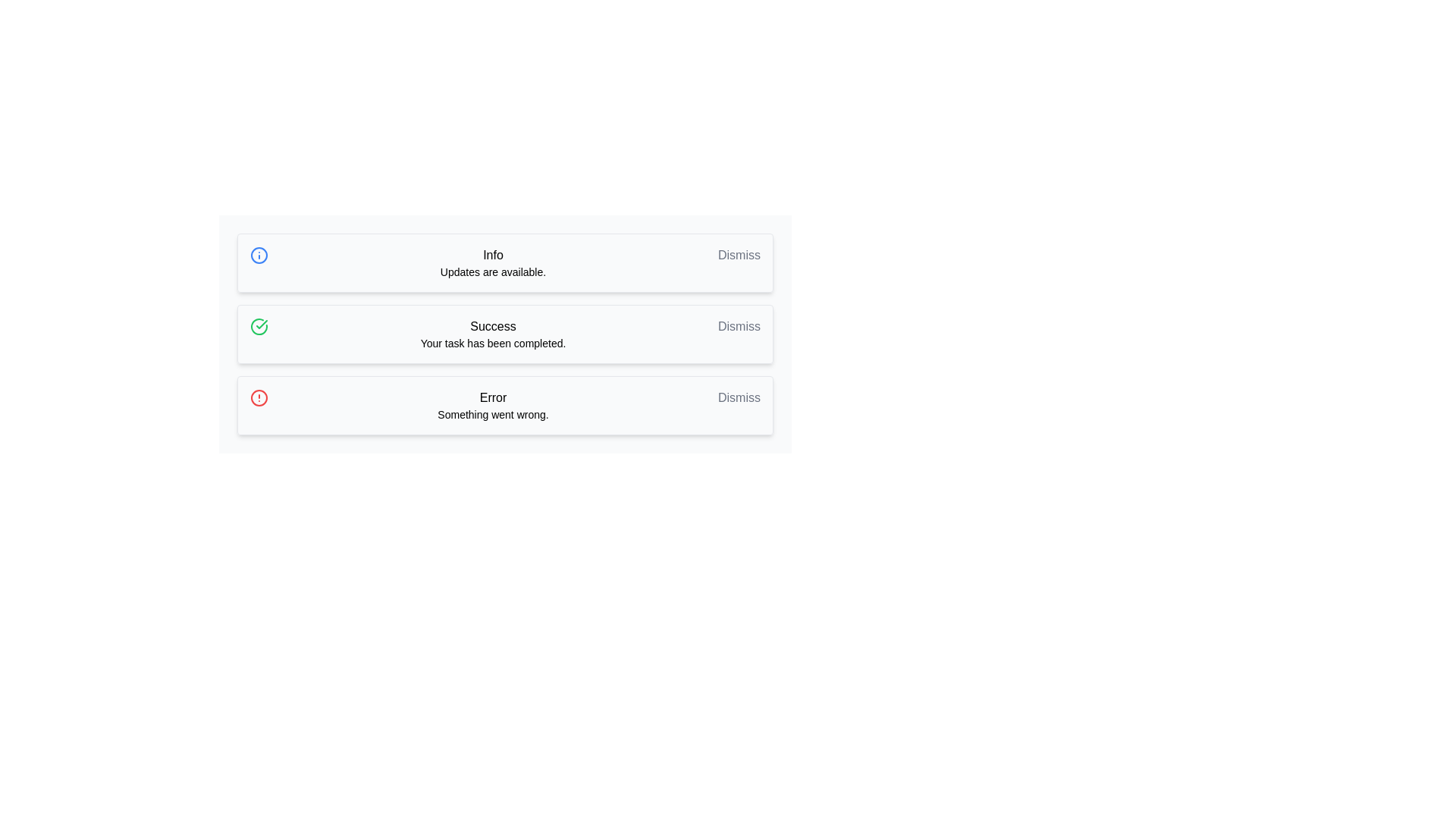 This screenshot has width=1456, height=819. I want to click on the green checkmark icon within the 'Success' notification card, which visually represents success or confirmation, so click(262, 324).